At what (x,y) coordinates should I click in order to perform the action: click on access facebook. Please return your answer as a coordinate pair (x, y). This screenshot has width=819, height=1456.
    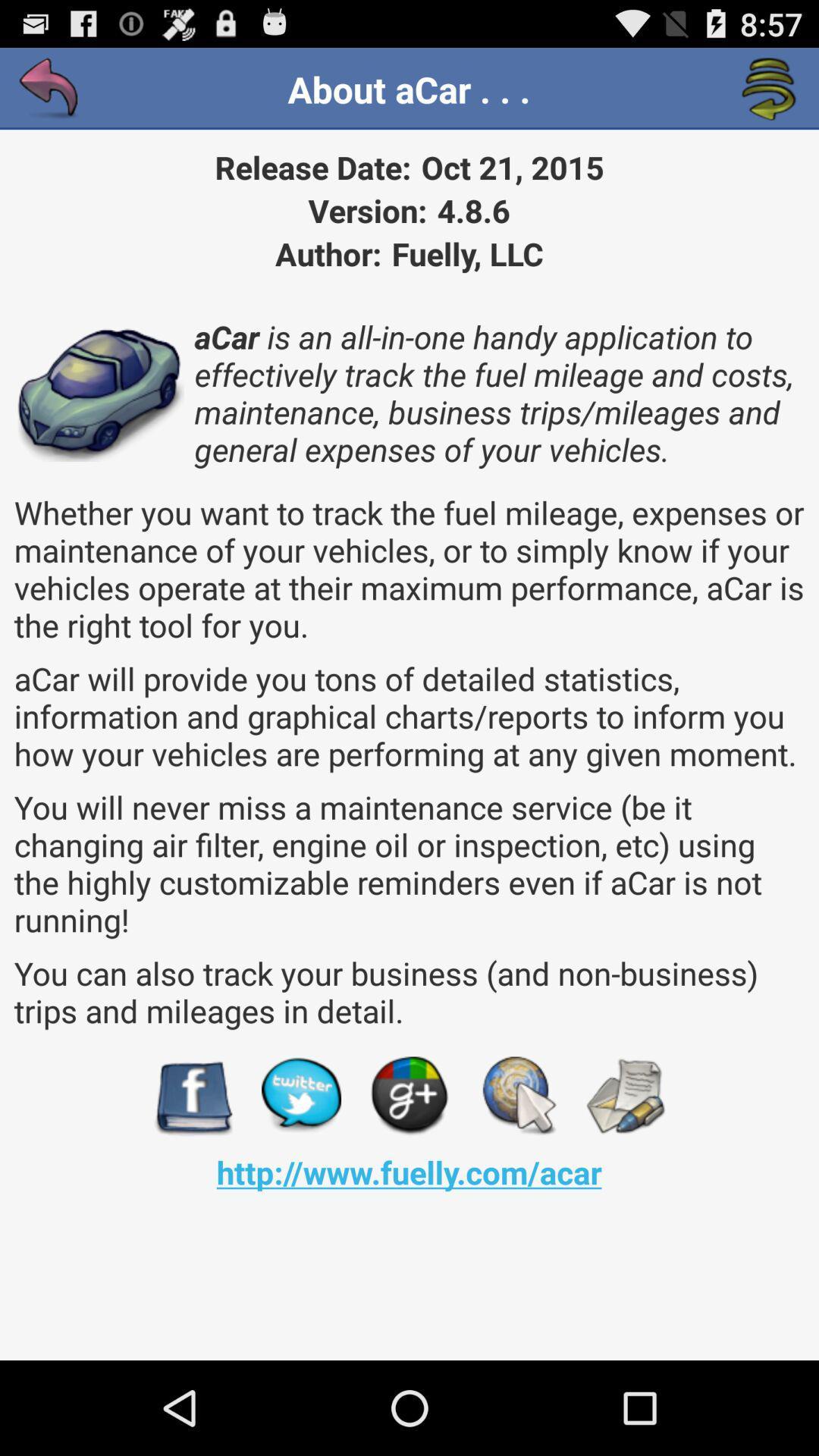
    Looking at the image, I should click on (192, 1096).